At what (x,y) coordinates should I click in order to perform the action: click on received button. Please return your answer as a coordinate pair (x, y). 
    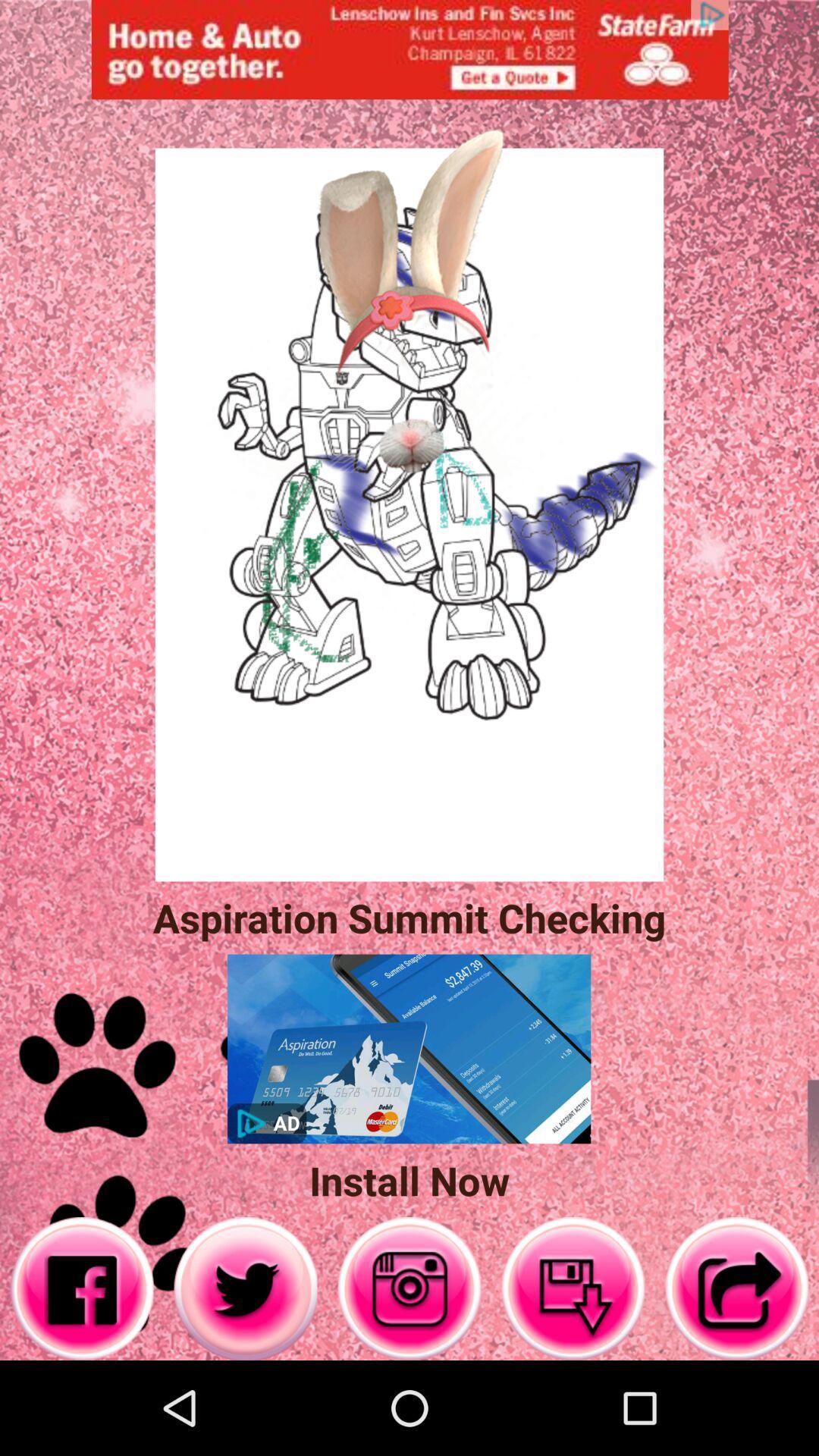
    Looking at the image, I should click on (573, 1288).